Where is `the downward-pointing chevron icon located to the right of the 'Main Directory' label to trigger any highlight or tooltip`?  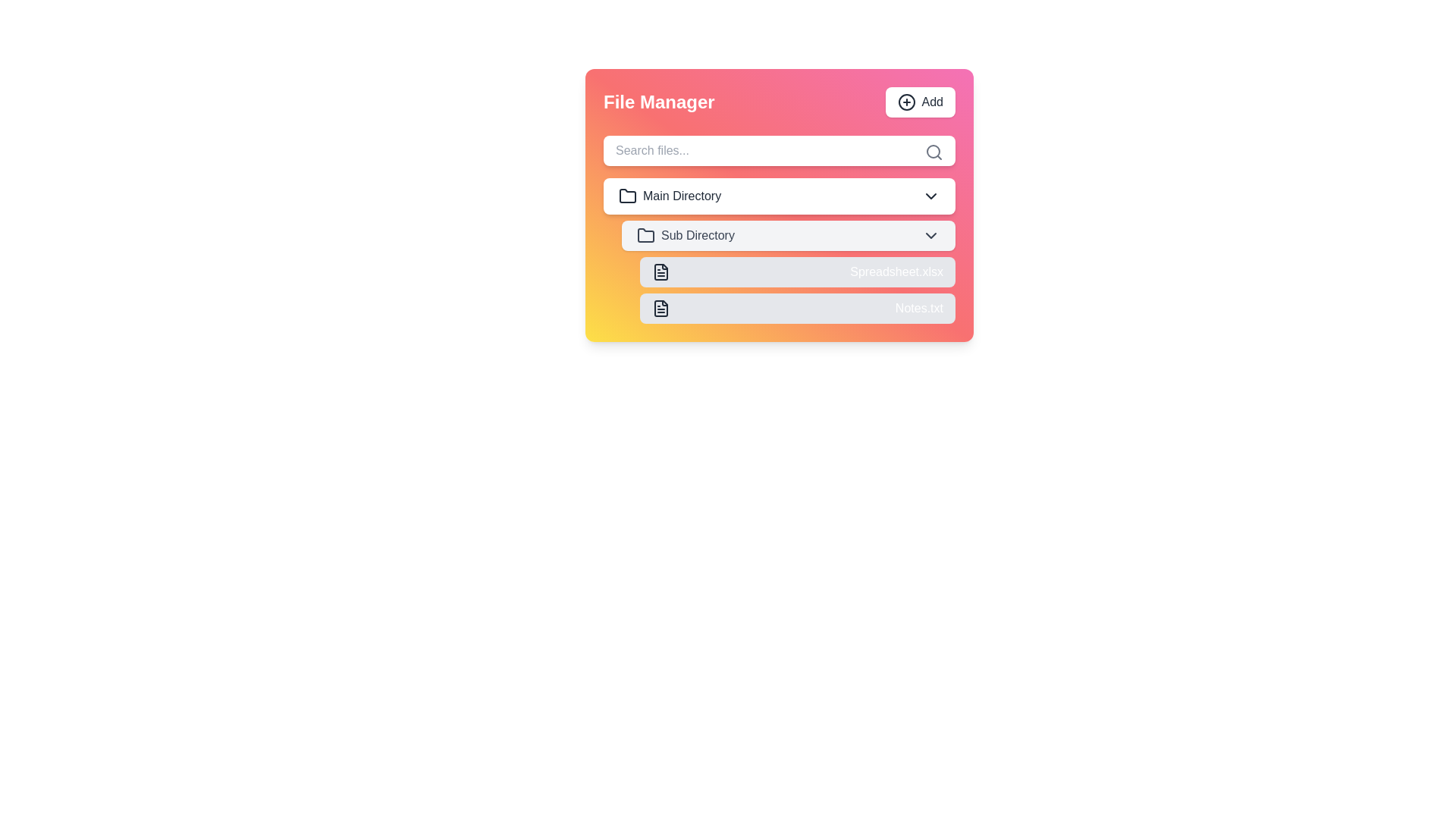 the downward-pointing chevron icon located to the right of the 'Main Directory' label to trigger any highlight or tooltip is located at coordinates (930, 195).